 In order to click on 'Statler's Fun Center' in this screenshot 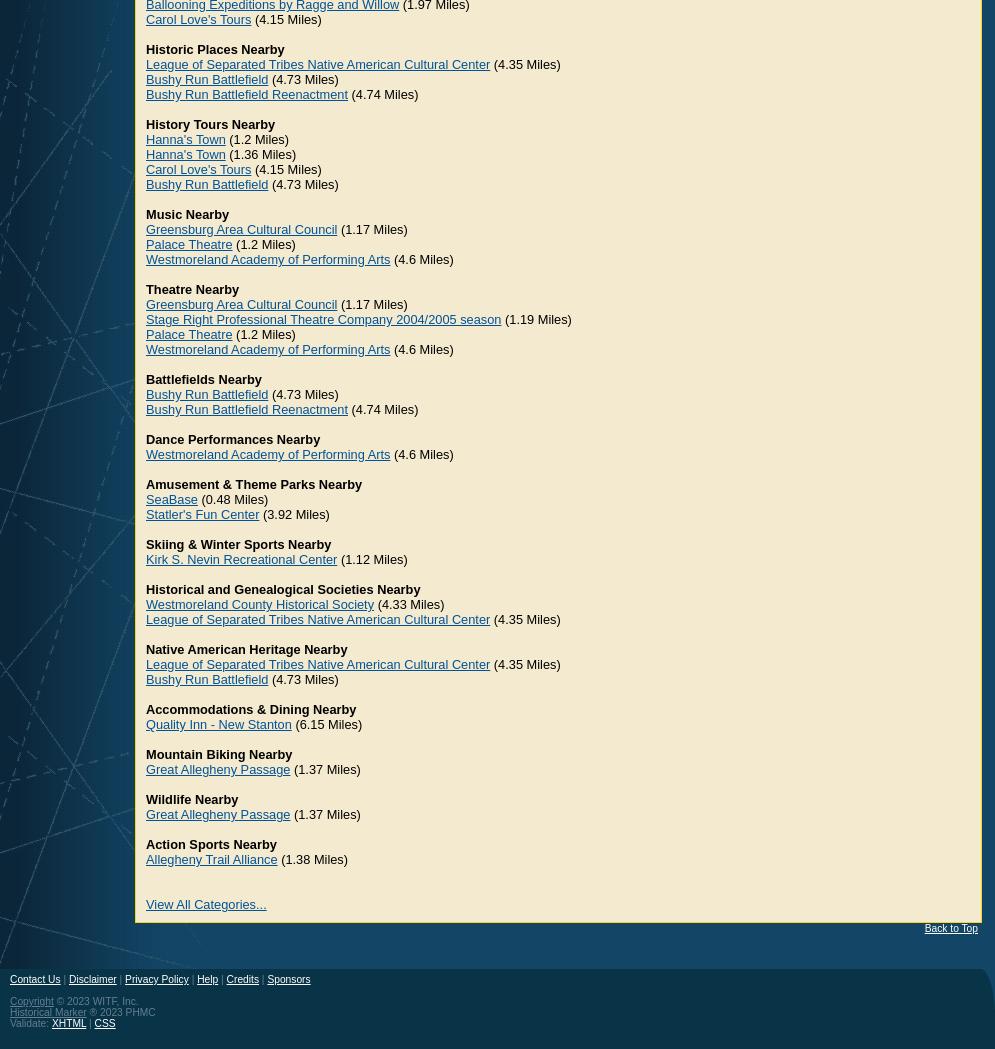, I will do `click(201, 513)`.